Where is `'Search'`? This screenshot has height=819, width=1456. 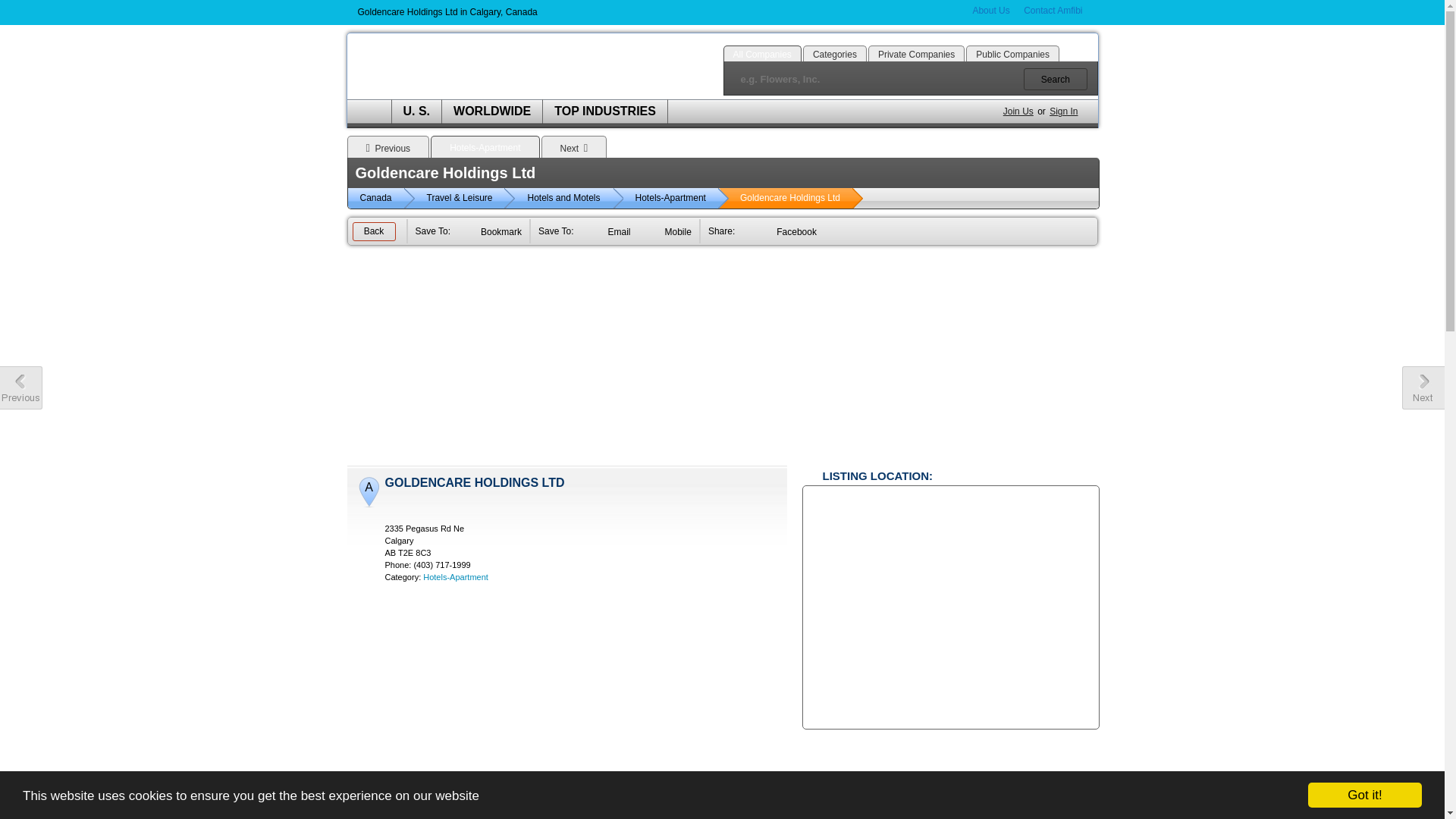 'Search' is located at coordinates (1055, 79).